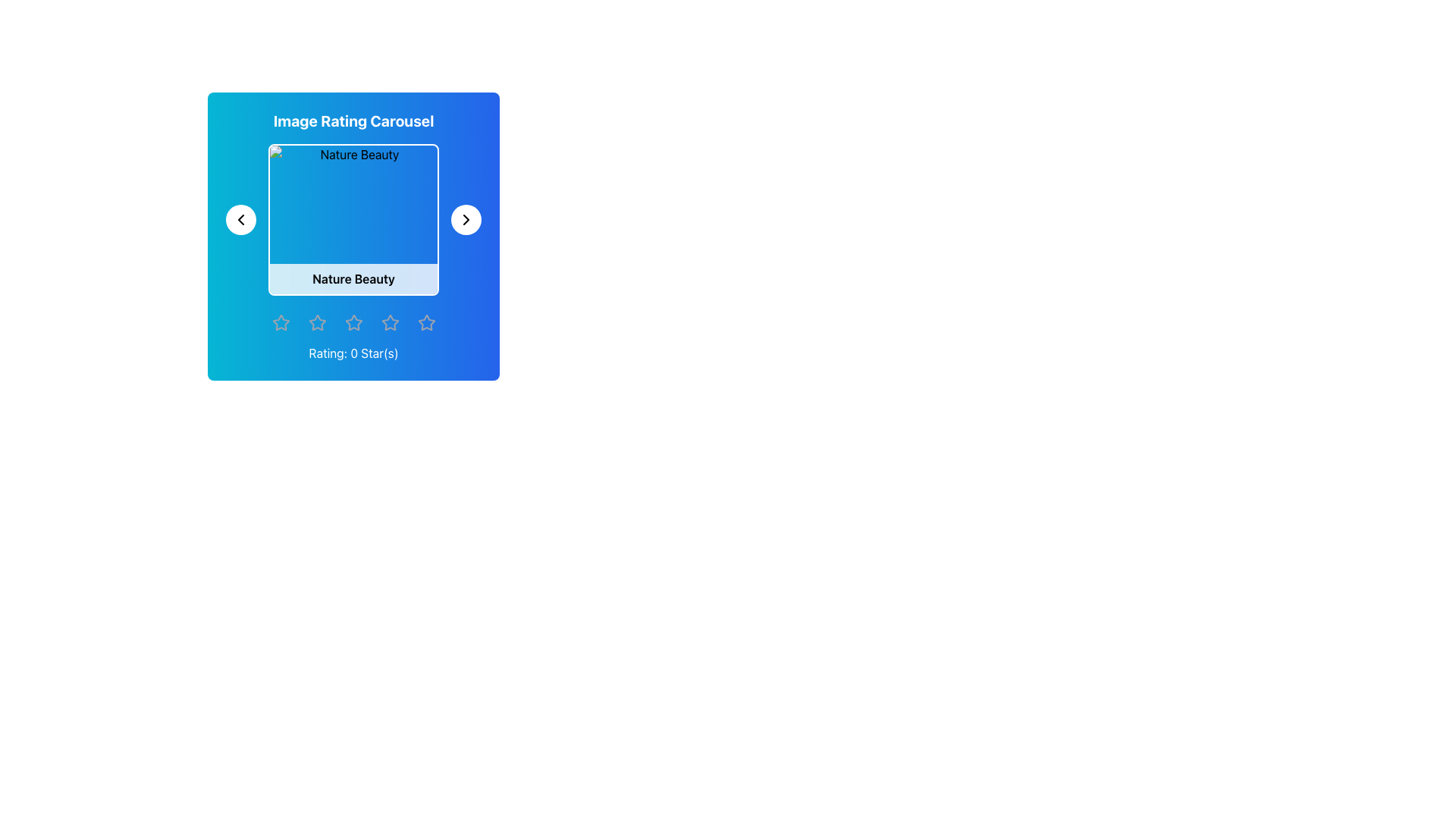  Describe the element at coordinates (465, 219) in the screenshot. I see `the circular button with a right-pointing arrow icon` at that location.